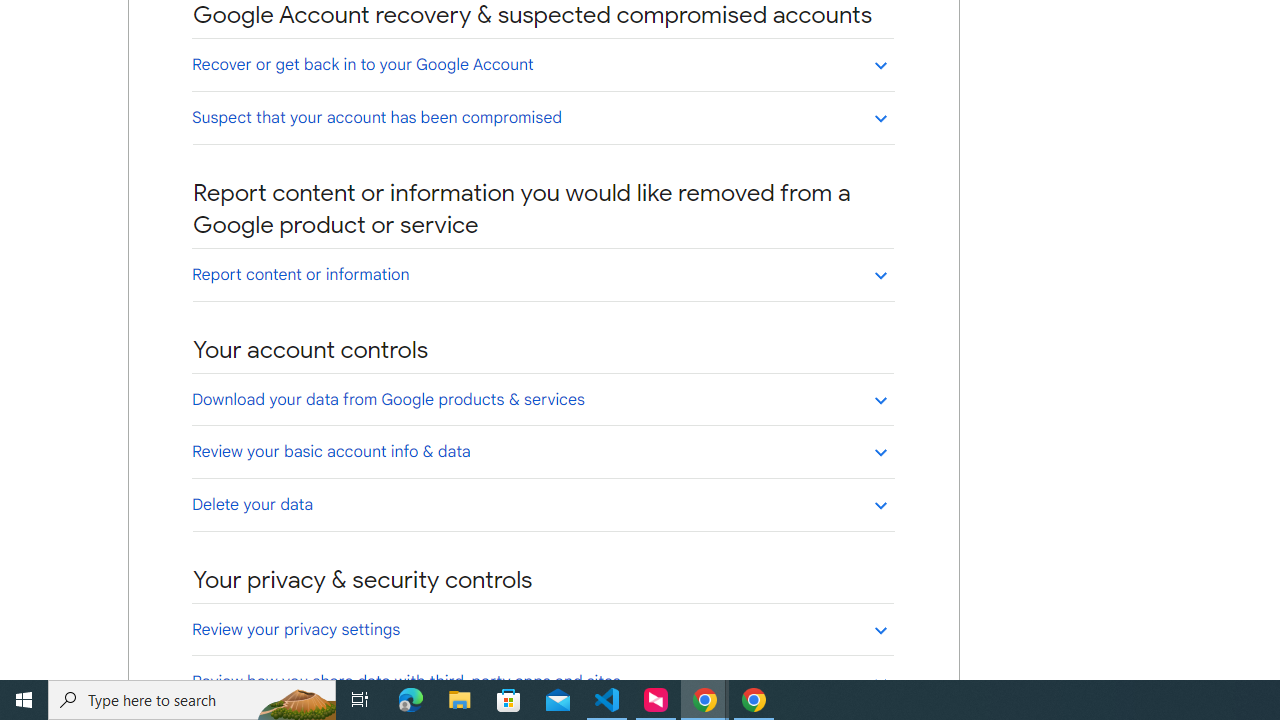  I want to click on 'Review how you share data with third-party apps and sites', so click(542, 680).